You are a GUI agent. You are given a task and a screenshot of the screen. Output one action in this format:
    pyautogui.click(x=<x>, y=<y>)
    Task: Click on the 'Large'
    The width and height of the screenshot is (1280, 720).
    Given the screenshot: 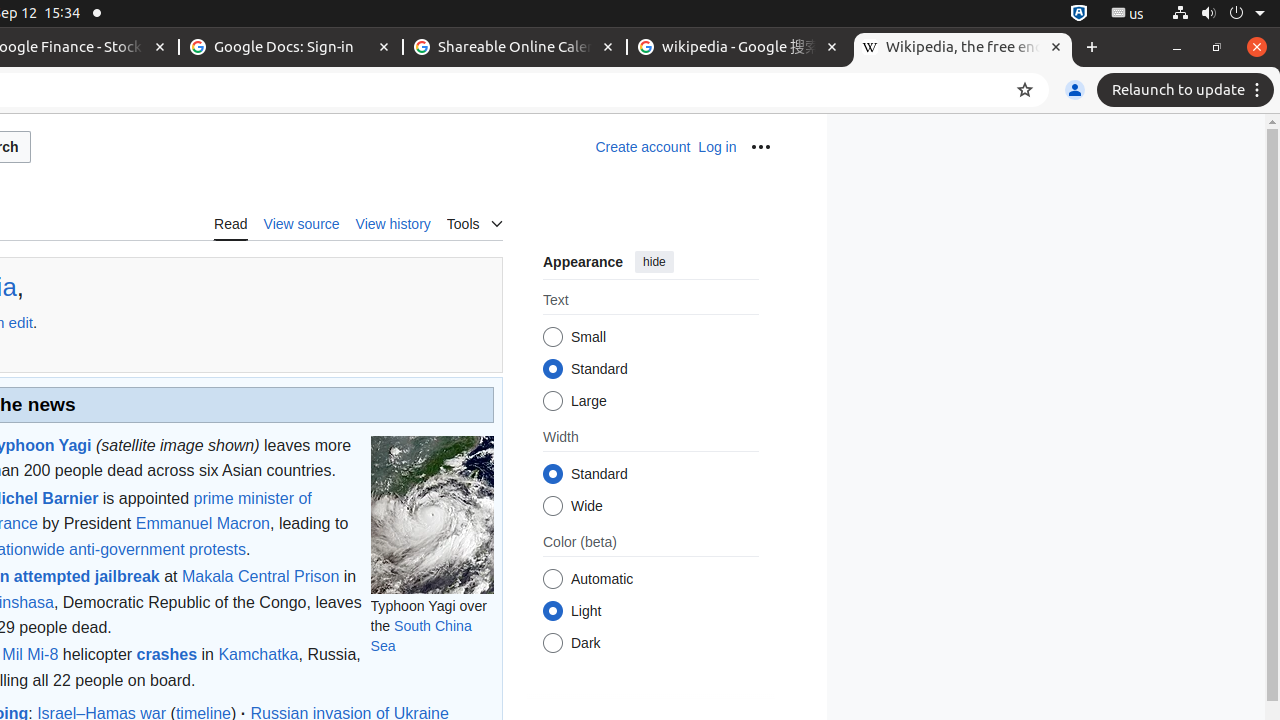 What is the action you would take?
    pyautogui.click(x=552, y=401)
    